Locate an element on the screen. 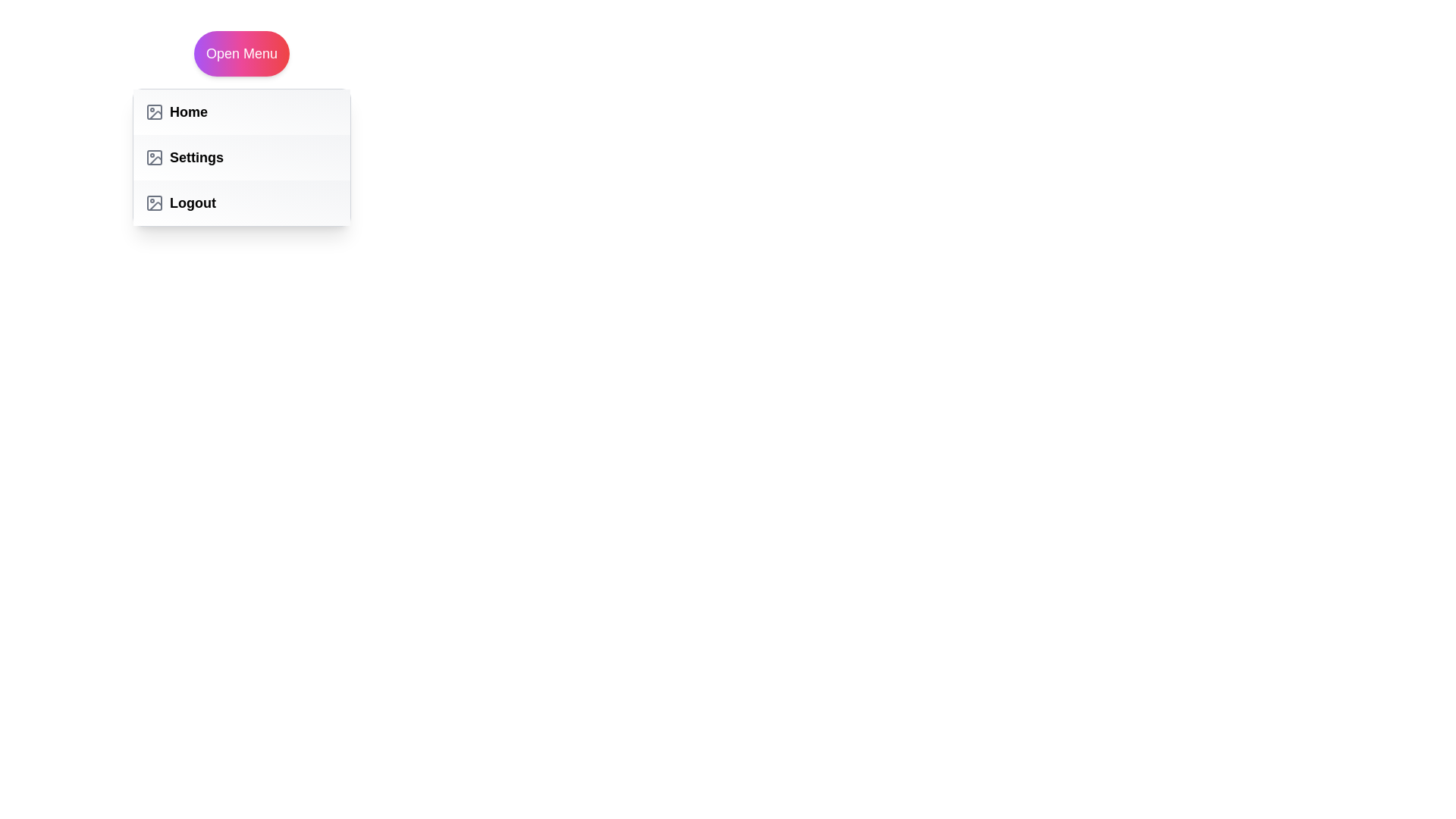 The width and height of the screenshot is (1456, 819). the menu item Home by clicking on it is located at coordinates (240, 111).